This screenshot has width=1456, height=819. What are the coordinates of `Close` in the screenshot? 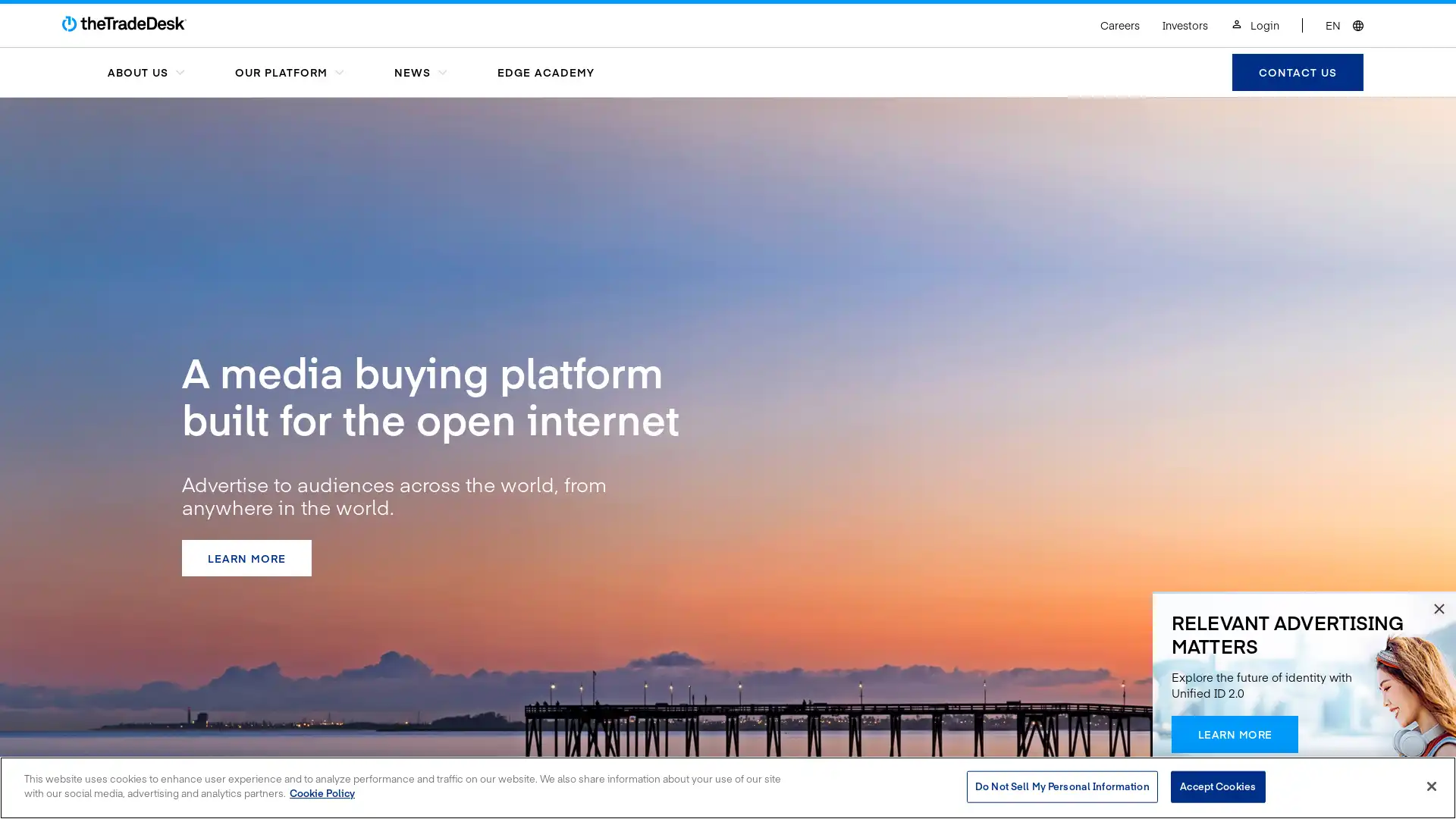 It's located at (1430, 785).